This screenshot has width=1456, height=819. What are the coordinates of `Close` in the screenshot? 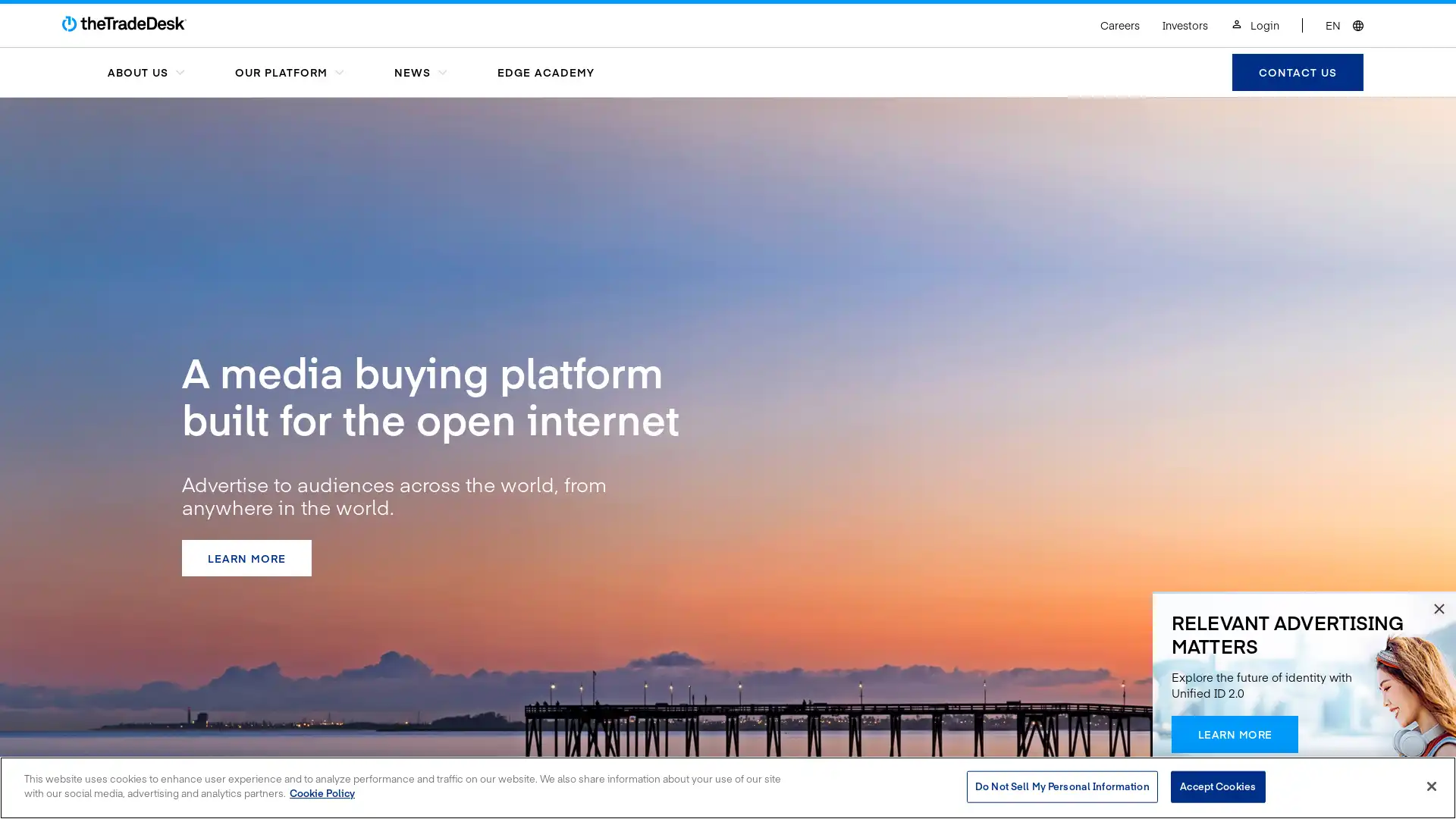 It's located at (1430, 785).